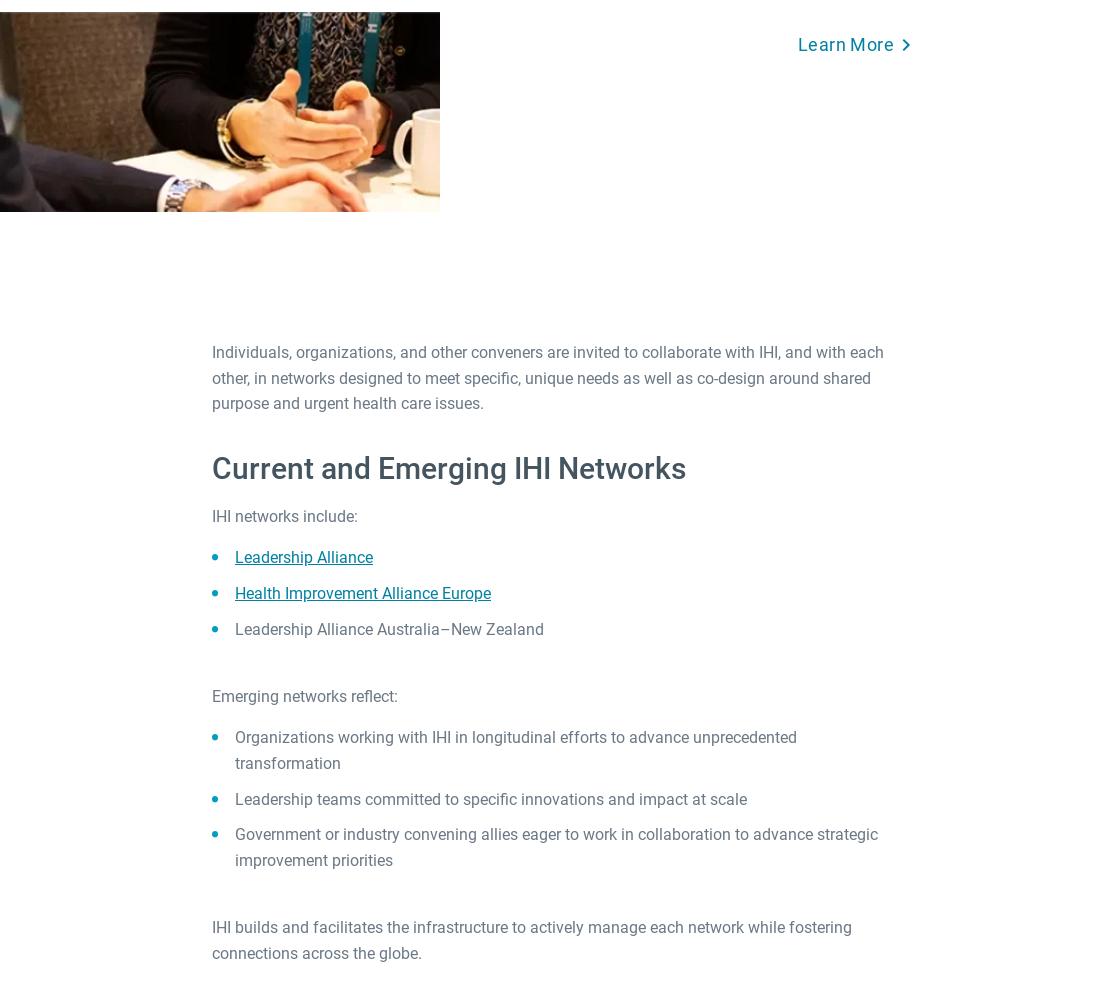  Describe the element at coordinates (389, 627) in the screenshot. I see `'Leadership Alliance Australia–New Zealand'` at that location.